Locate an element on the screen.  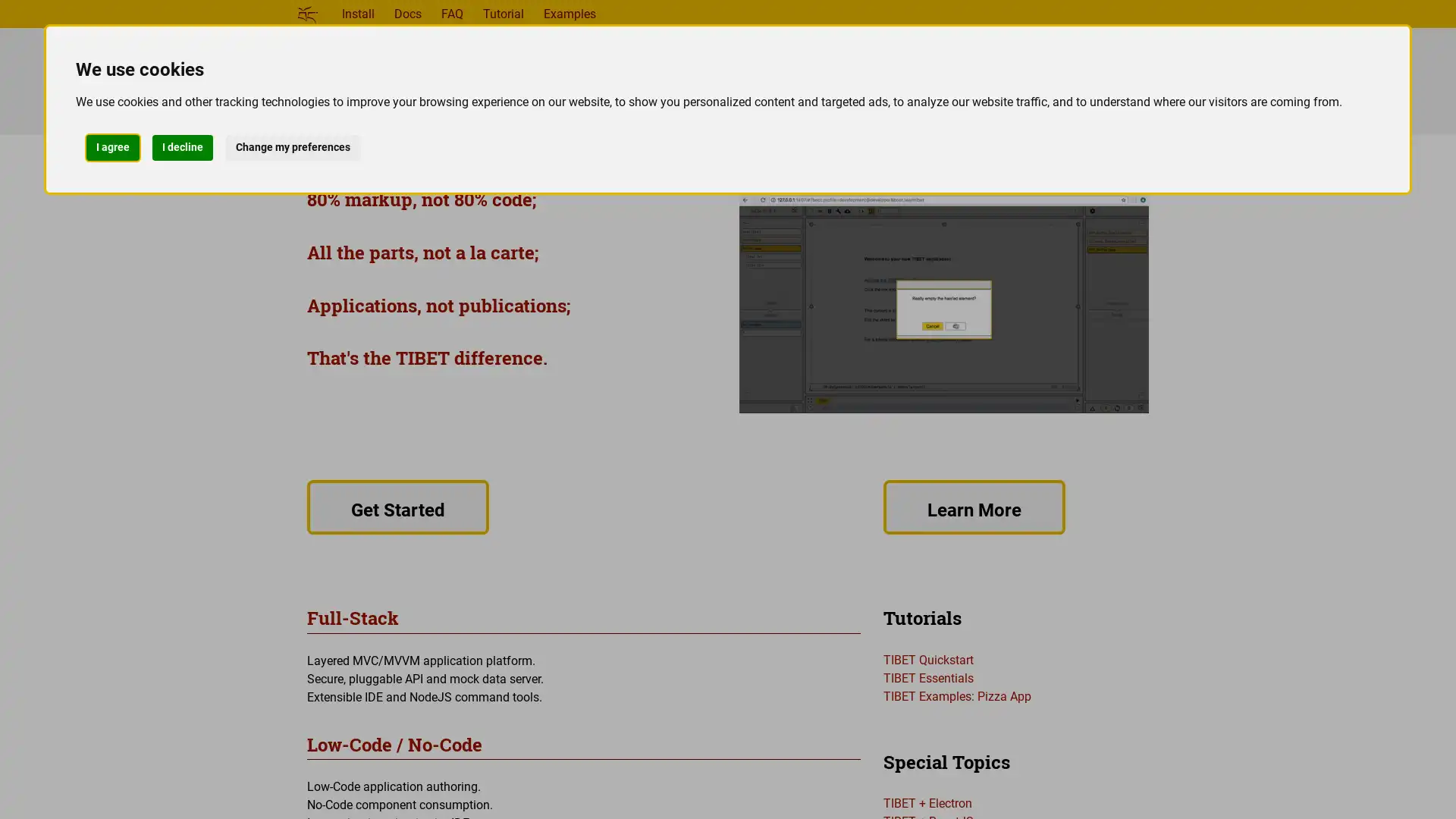
I decline is located at coordinates (182, 146).